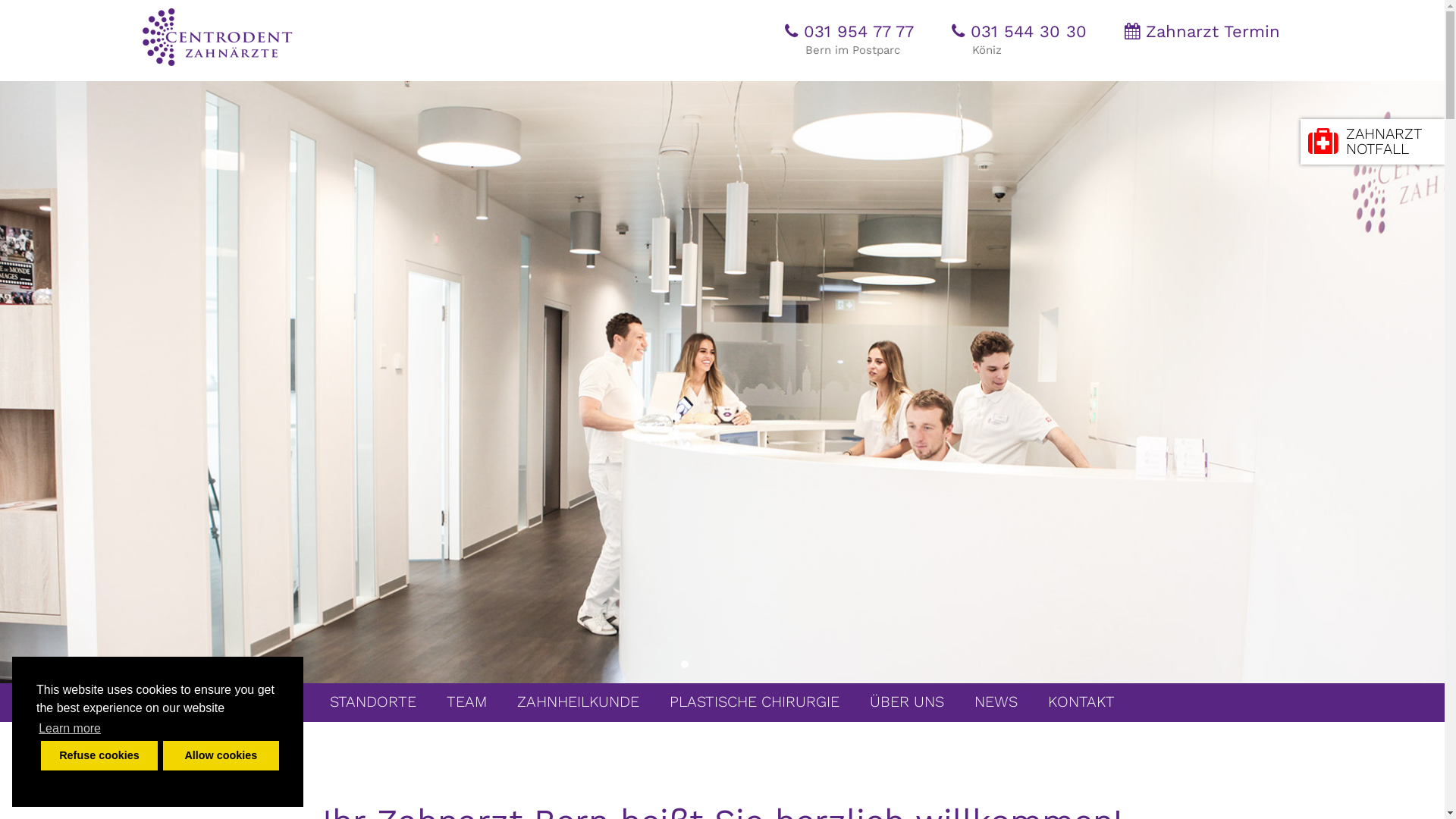  Describe the element at coordinates (220, 755) in the screenshot. I see `'Allow cookies'` at that location.